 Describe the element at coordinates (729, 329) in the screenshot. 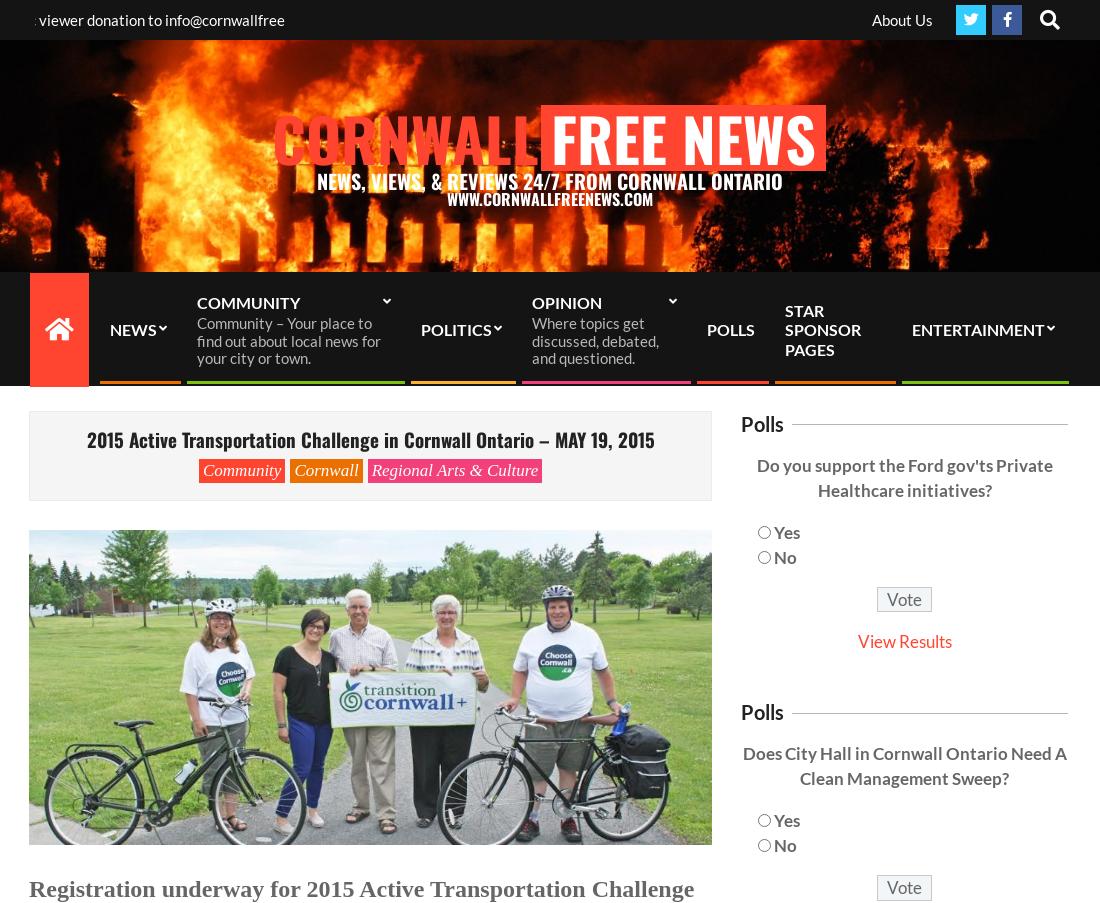

I see `'POLLS'` at that location.